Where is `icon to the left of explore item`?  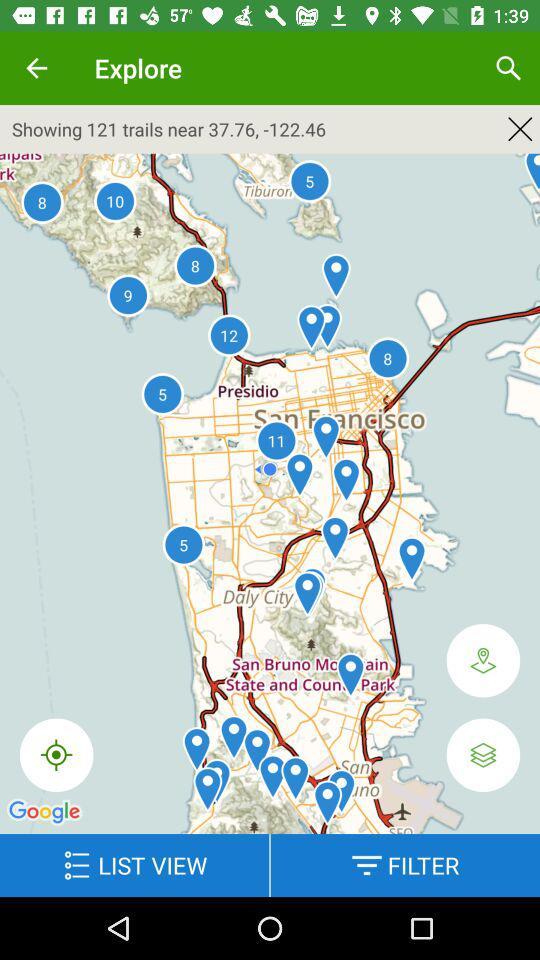
icon to the left of explore item is located at coordinates (36, 68).